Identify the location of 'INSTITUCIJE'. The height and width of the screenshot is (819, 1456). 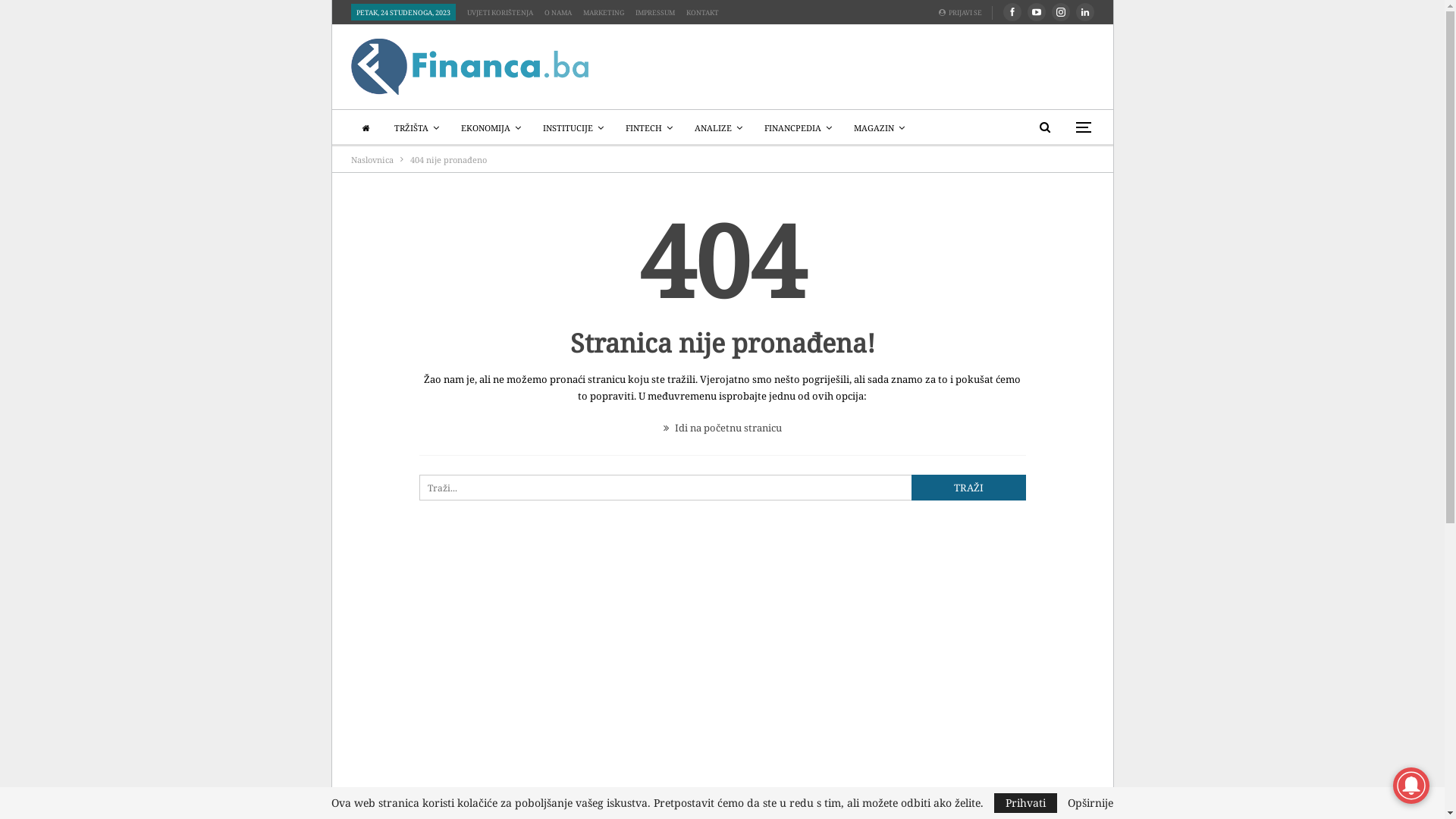
(534, 127).